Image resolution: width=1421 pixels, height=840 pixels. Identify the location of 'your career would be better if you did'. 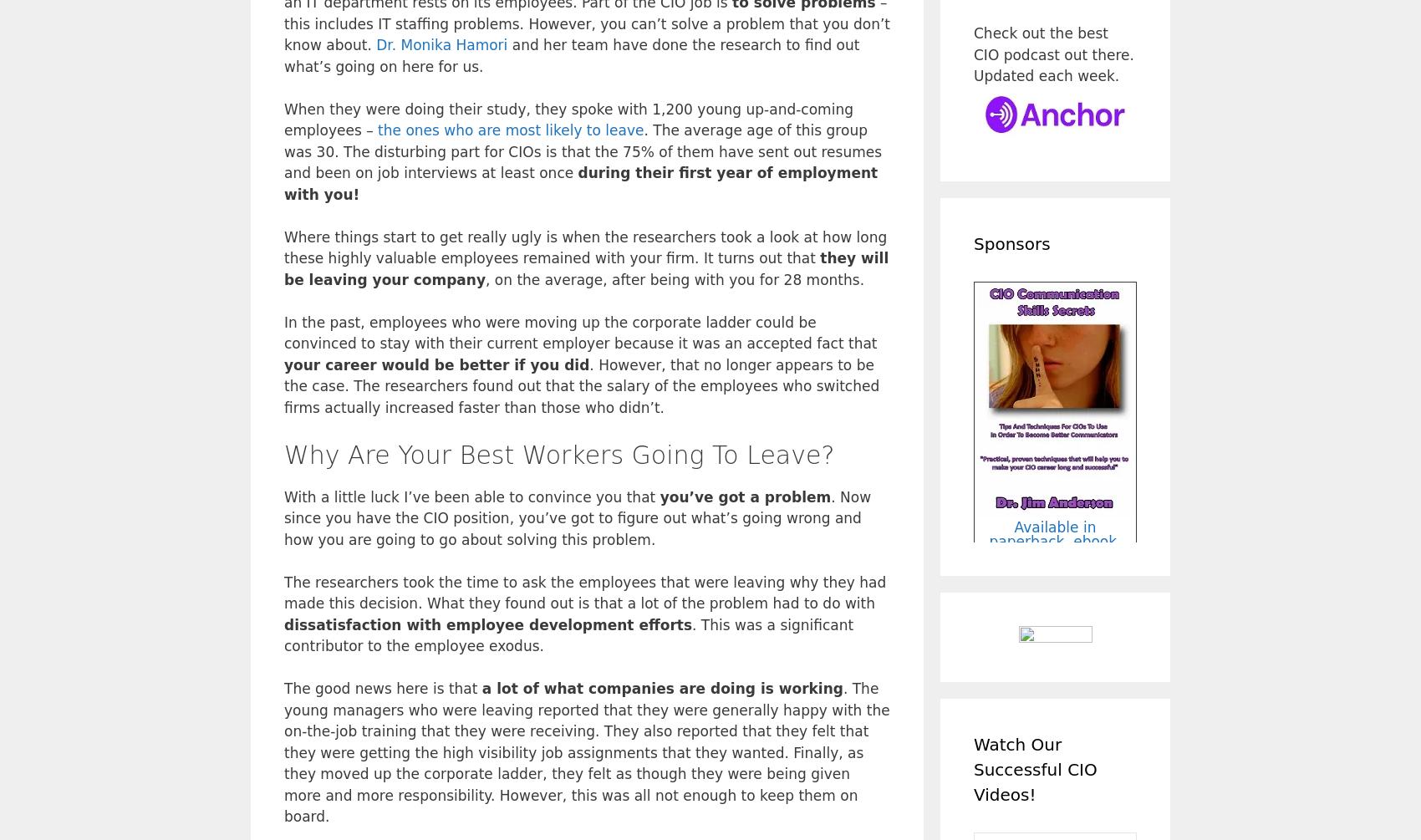
(436, 364).